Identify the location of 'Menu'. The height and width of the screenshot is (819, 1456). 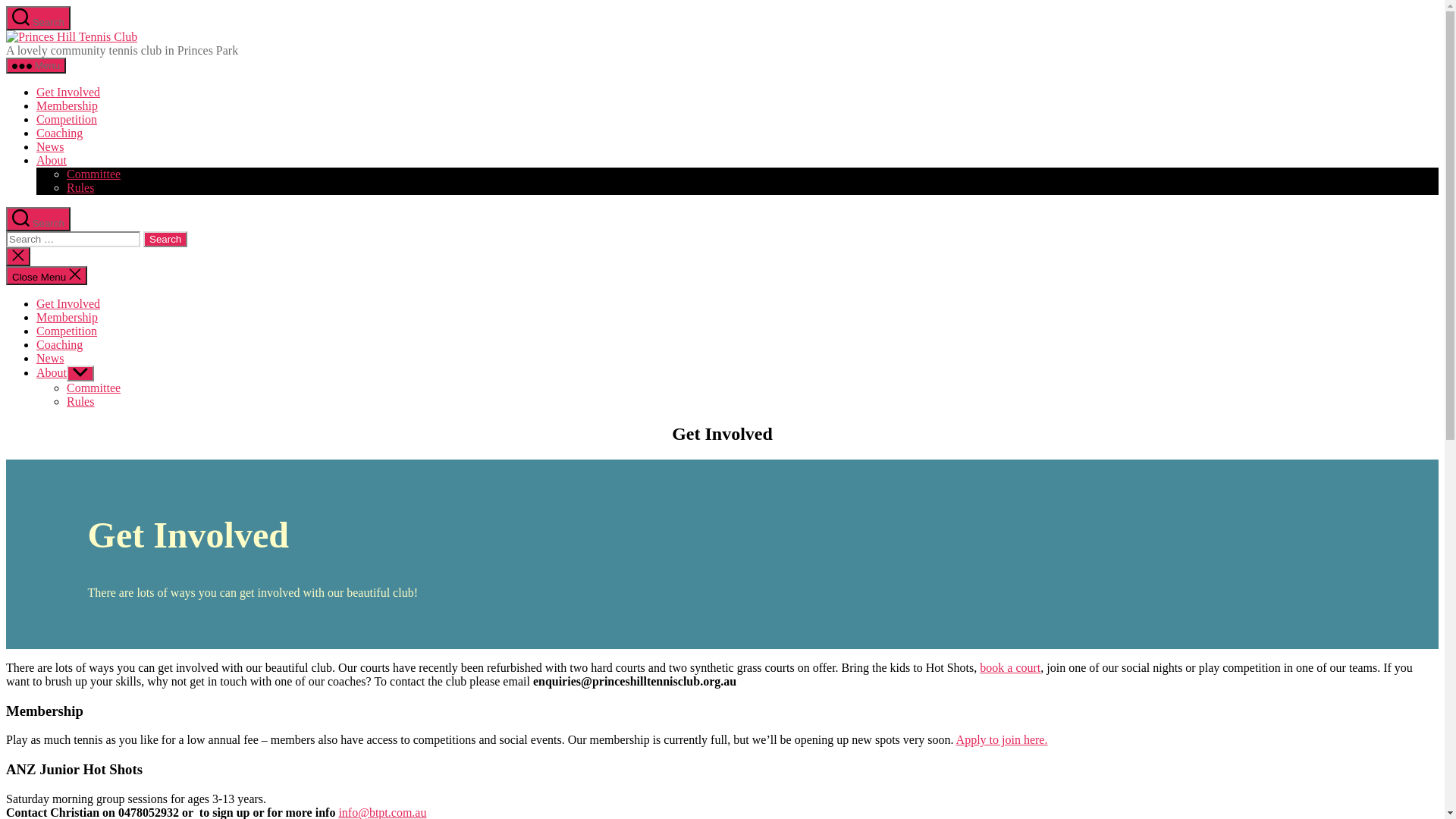
(36, 64).